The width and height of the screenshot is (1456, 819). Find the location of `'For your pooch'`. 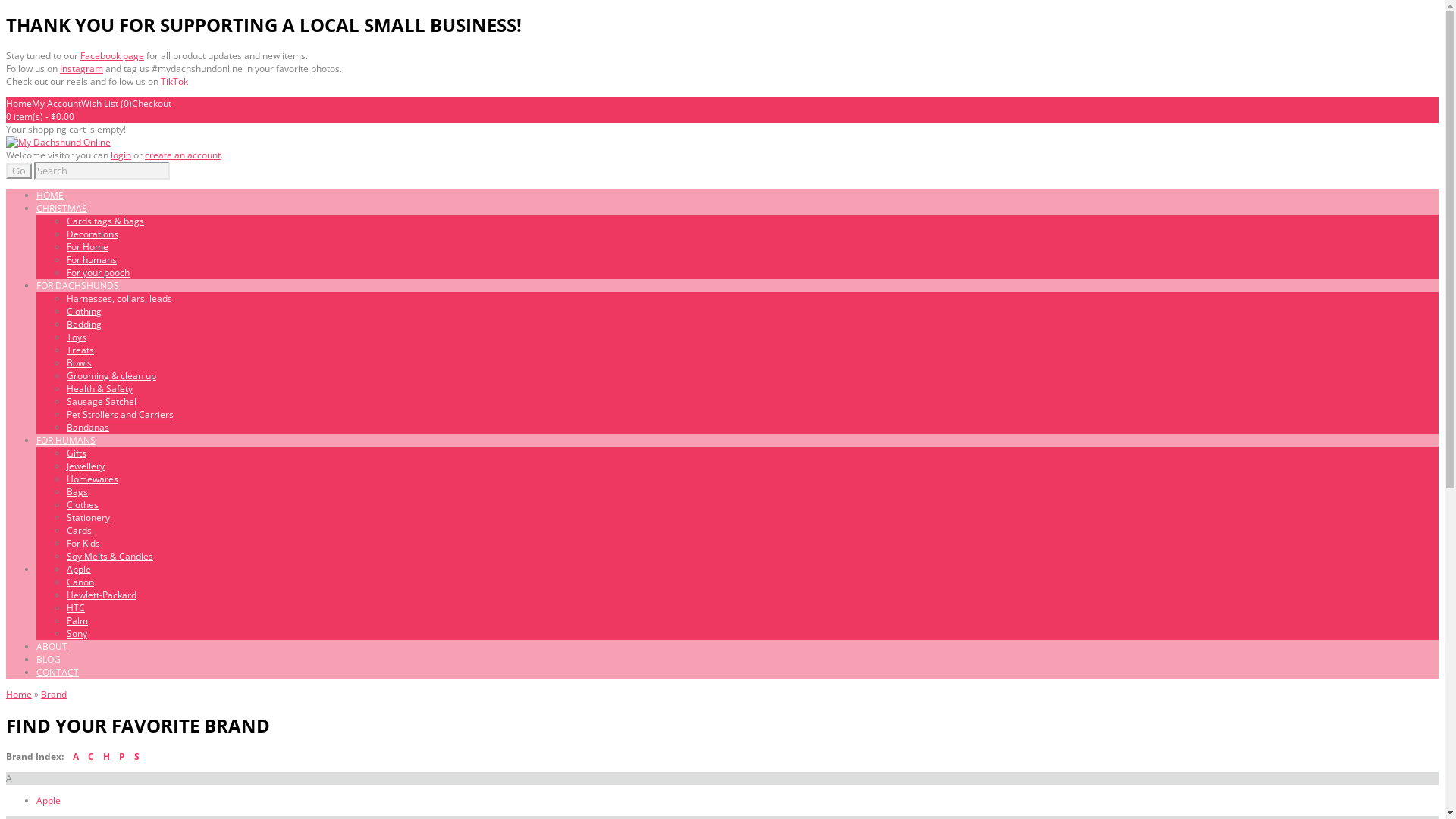

'For your pooch' is located at coordinates (97, 271).